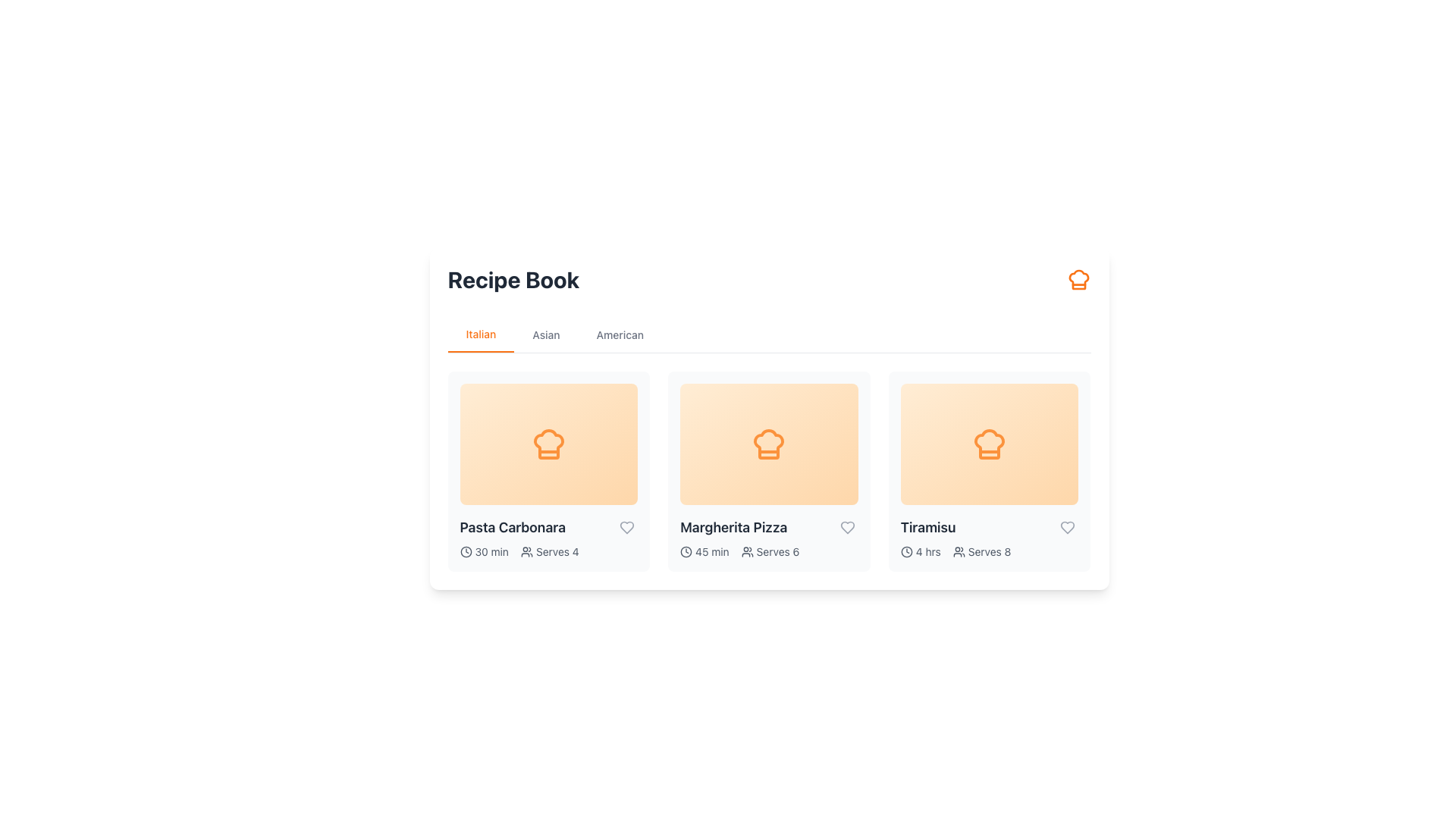 The width and height of the screenshot is (1456, 819). Describe the element at coordinates (686, 552) in the screenshot. I see `the small, circular clock icon located on the 'Margherita Pizza' card under the 'Italian' category, positioned in the bottom-left corner preceding the text '45 min'` at that location.